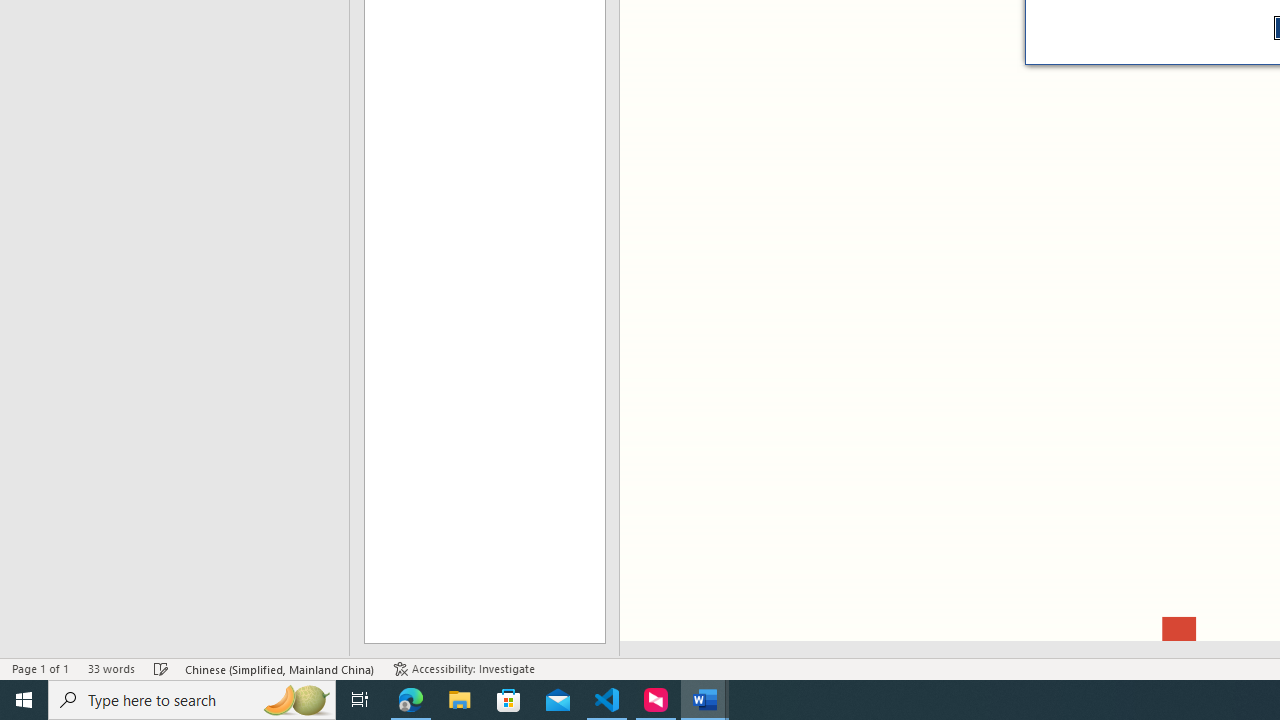 The width and height of the screenshot is (1280, 720). I want to click on 'Task View', so click(359, 698).